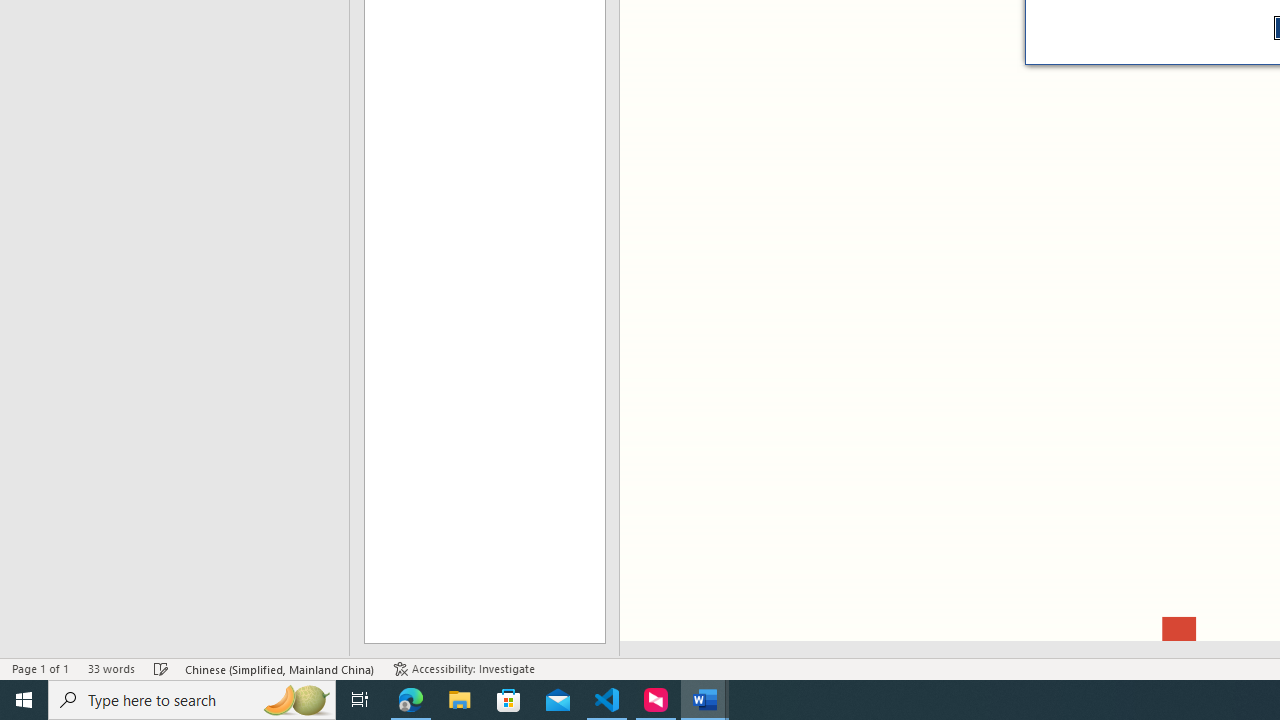 The width and height of the screenshot is (1280, 720). I want to click on 'Task View', so click(359, 698).